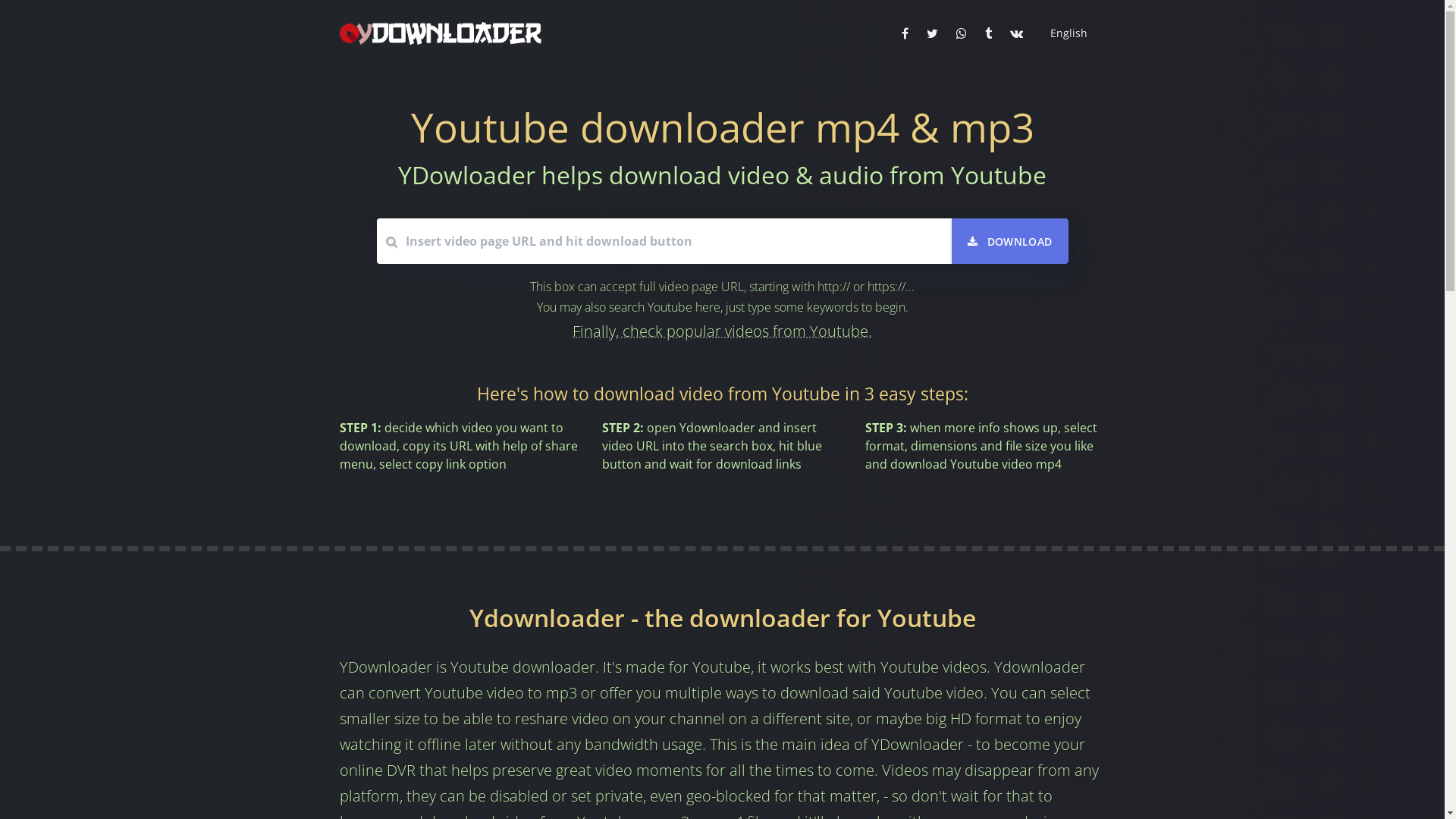 The height and width of the screenshot is (819, 1456). What do you see at coordinates (1065, 33) in the screenshot?
I see `'English'` at bounding box center [1065, 33].